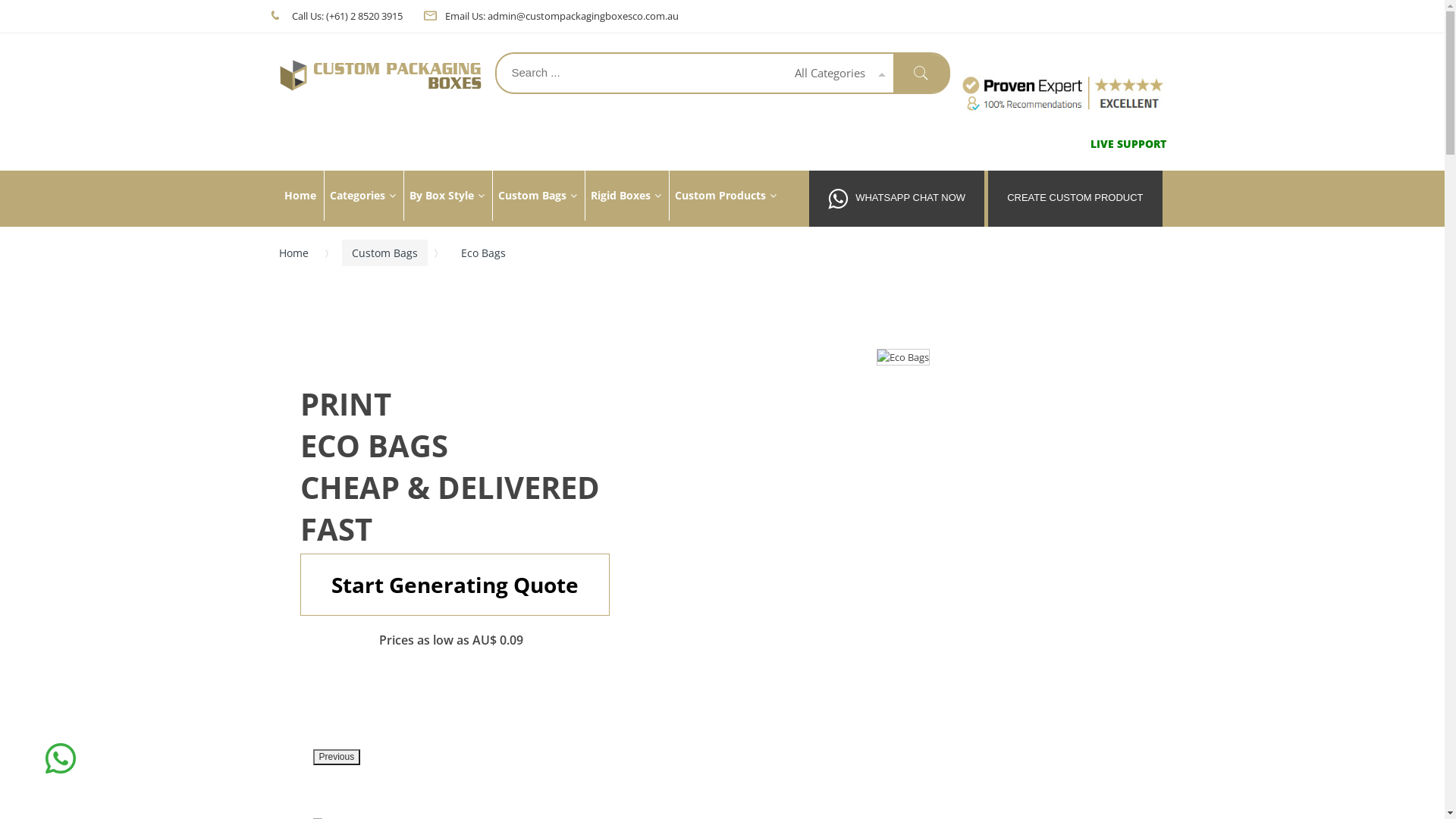 The width and height of the screenshot is (1456, 819). Describe the element at coordinates (560, 15) in the screenshot. I see `'Email Us: admin@custompackagingboxesco.com.au'` at that location.